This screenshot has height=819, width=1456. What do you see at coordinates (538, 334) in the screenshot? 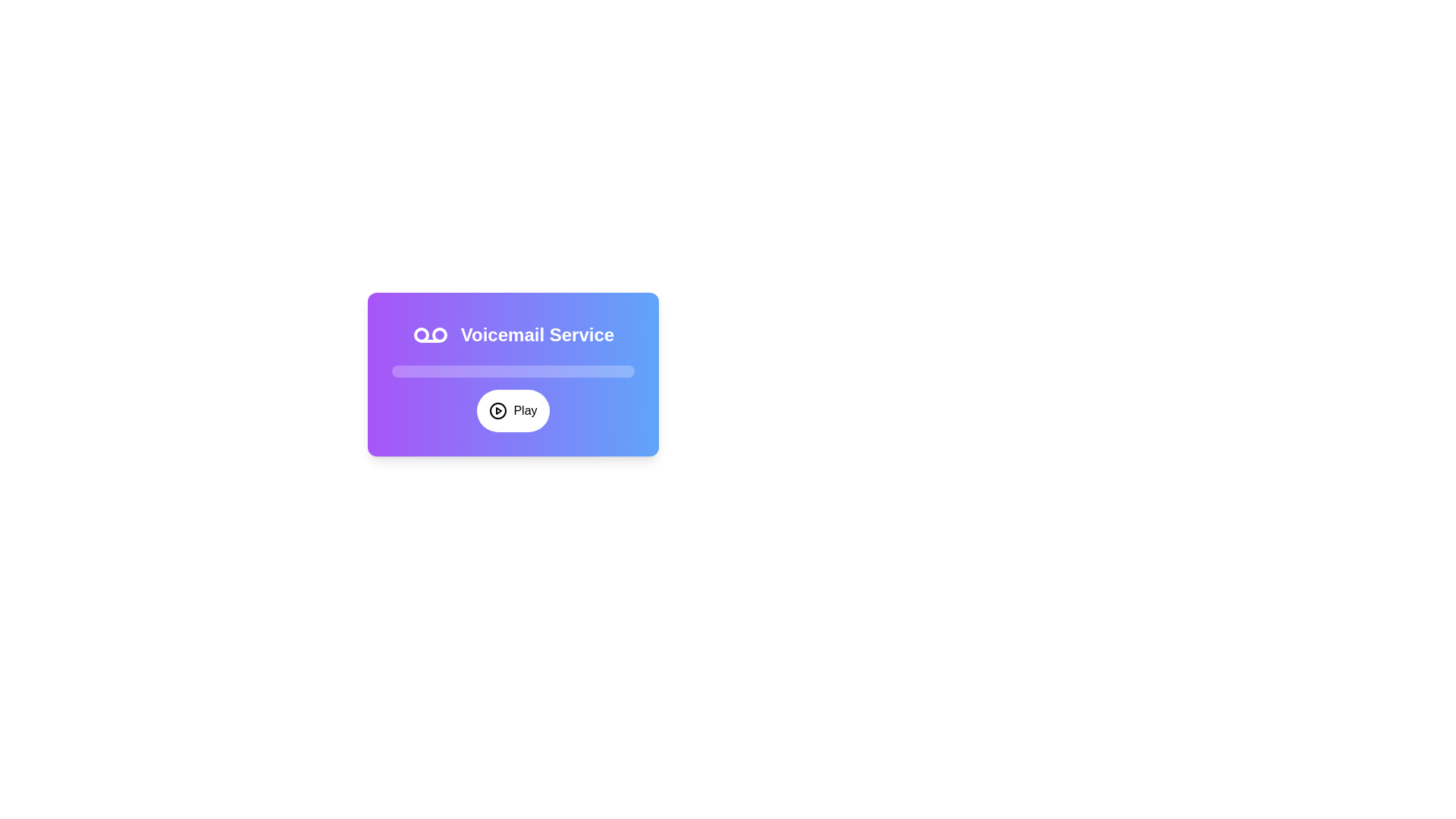
I see `the Text Label displaying 'Voicemail Service', which is located on the right-hand side of the voicemail icon and has a bold white font on a vibrant gradient background` at bounding box center [538, 334].